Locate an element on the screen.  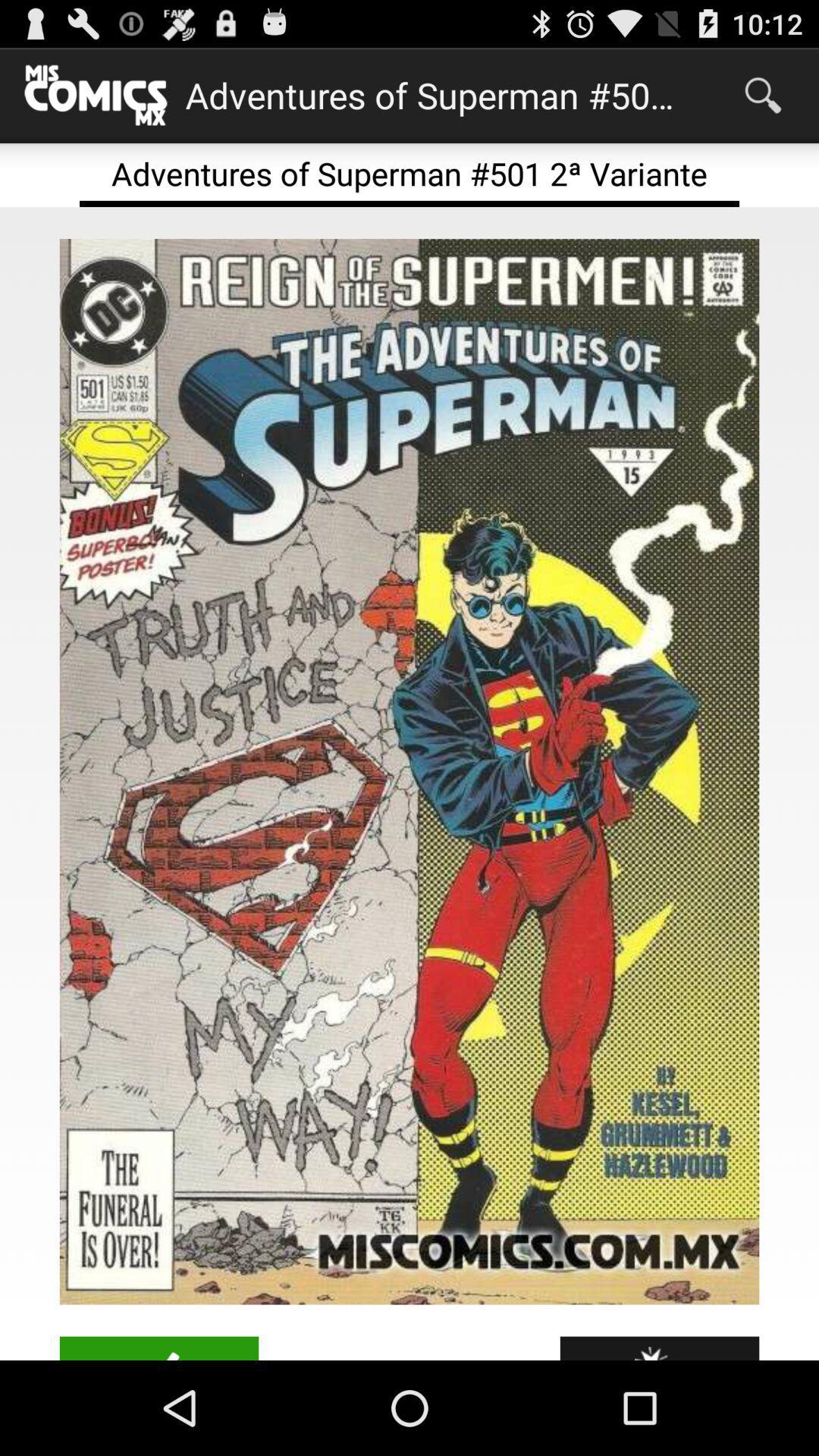
icon at the top right corner is located at coordinates (763, 94).